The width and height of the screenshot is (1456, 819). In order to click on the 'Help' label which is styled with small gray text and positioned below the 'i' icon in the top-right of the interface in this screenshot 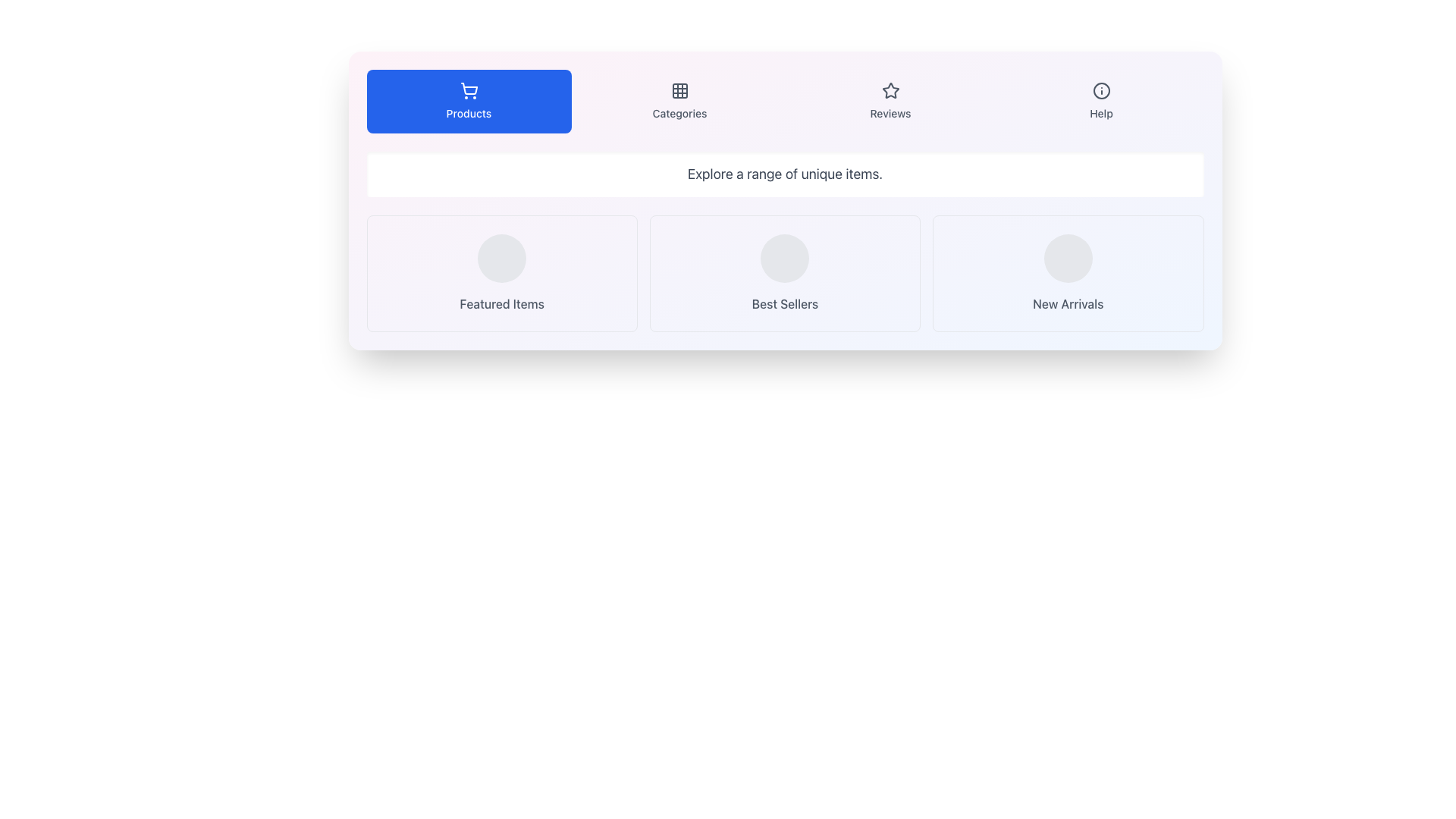, I will do `click(1101, 113)`.